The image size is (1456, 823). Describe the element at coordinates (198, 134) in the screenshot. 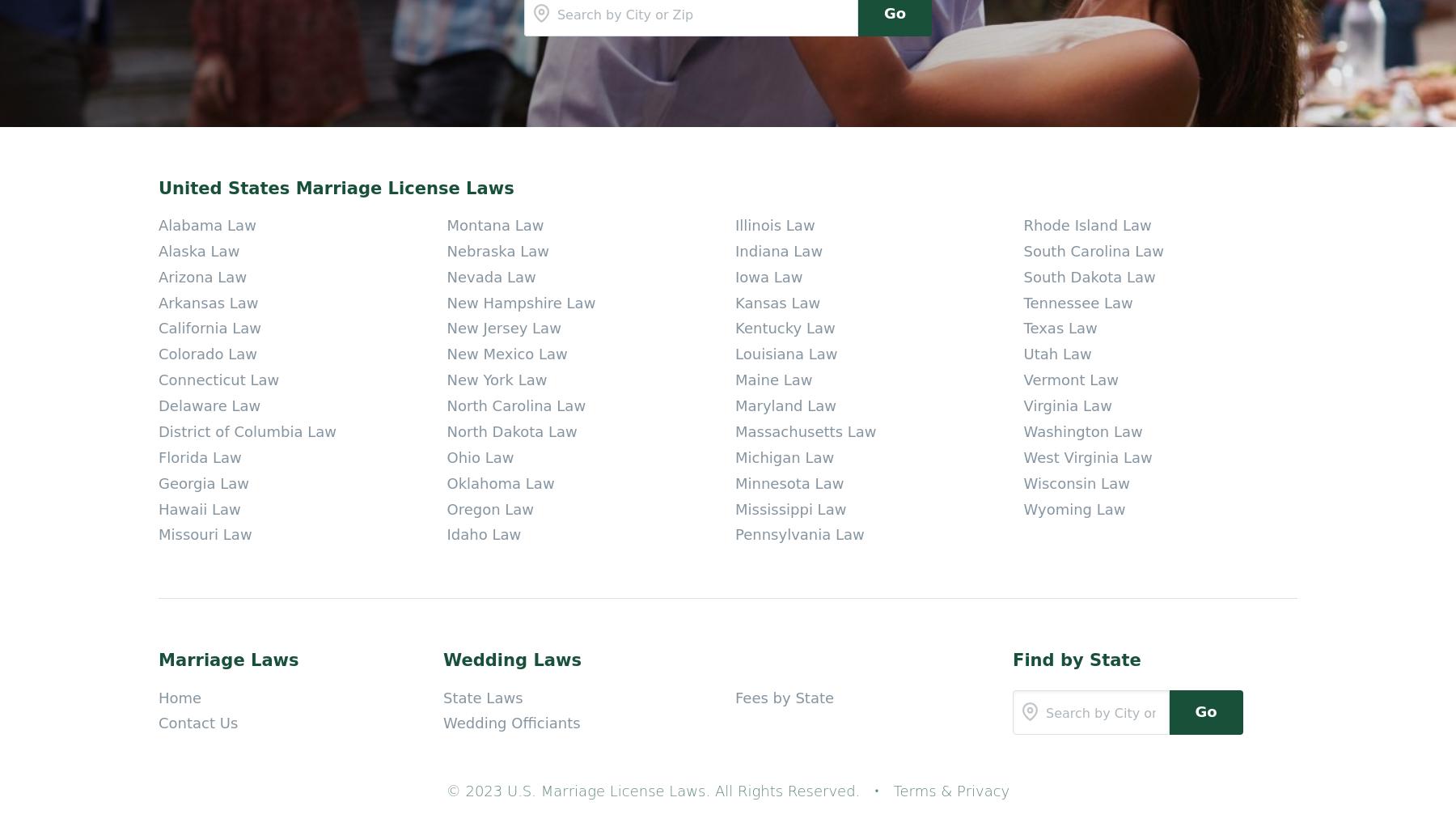

I see `'Hawaii Law'` at that location.